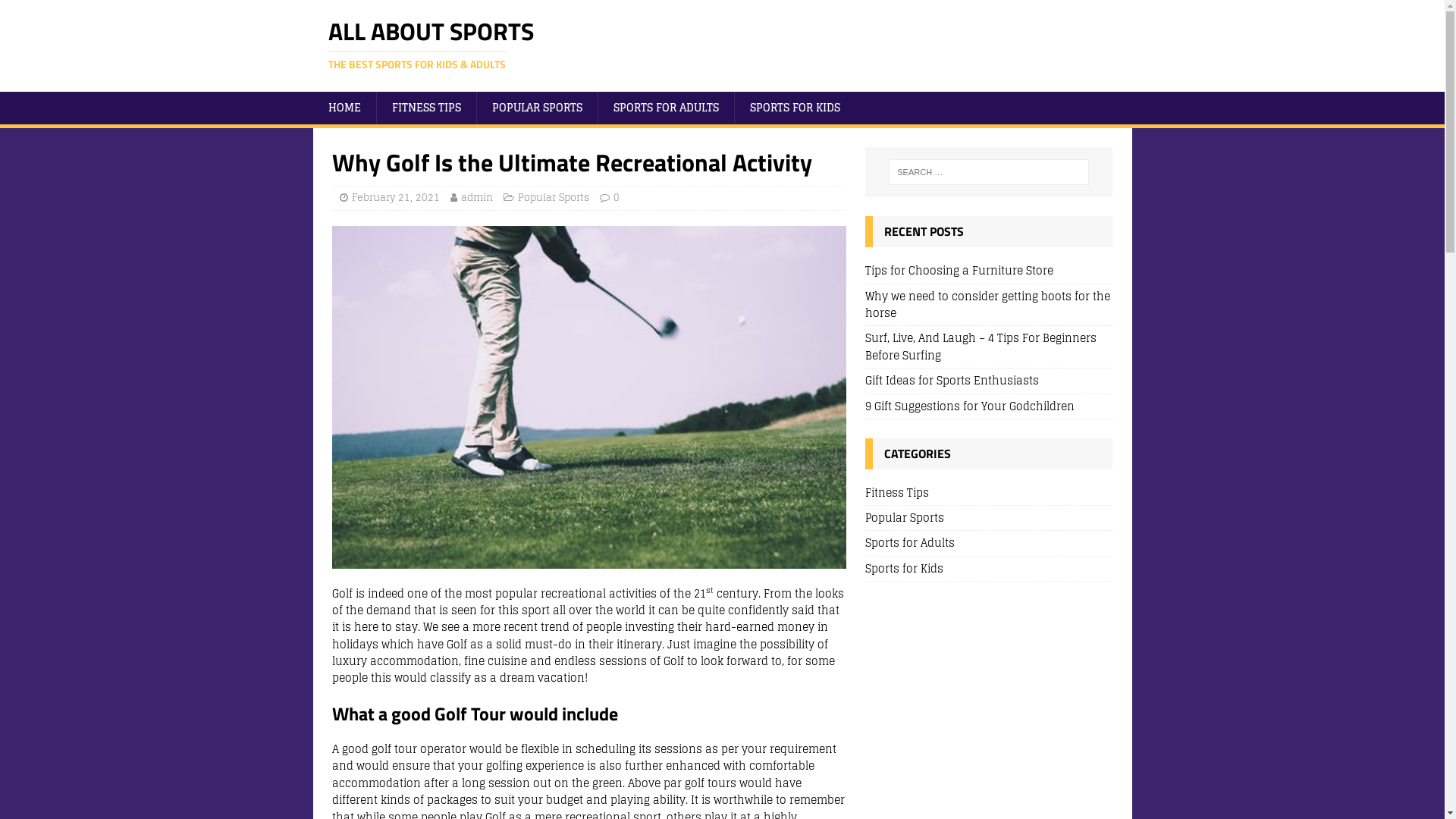  Describe the element at coordinates (588, 397) in the screenshot. I see `'46'` at that location.